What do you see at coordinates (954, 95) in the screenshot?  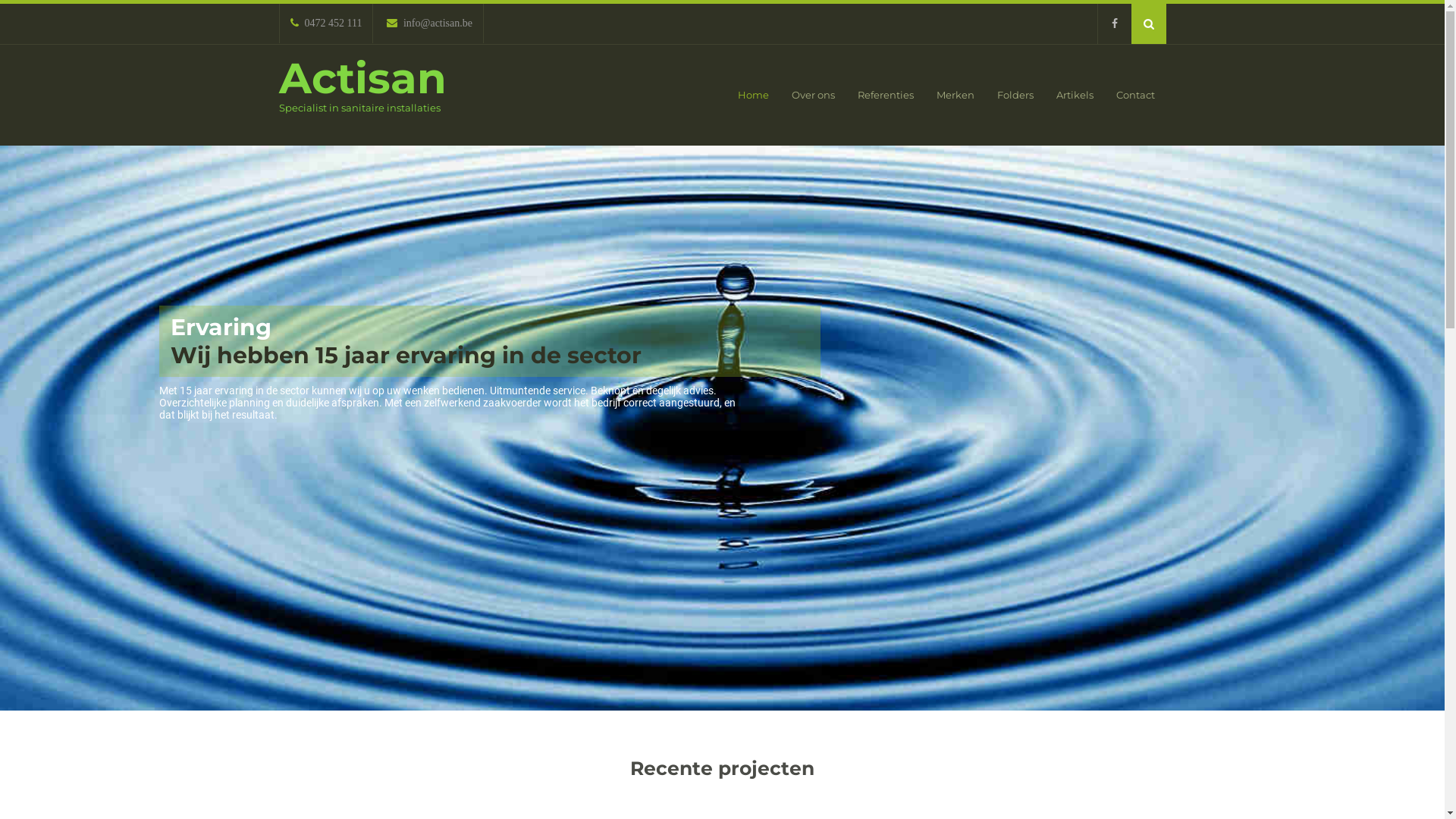 I see `'Merken'` at bounding box center [954, 95].